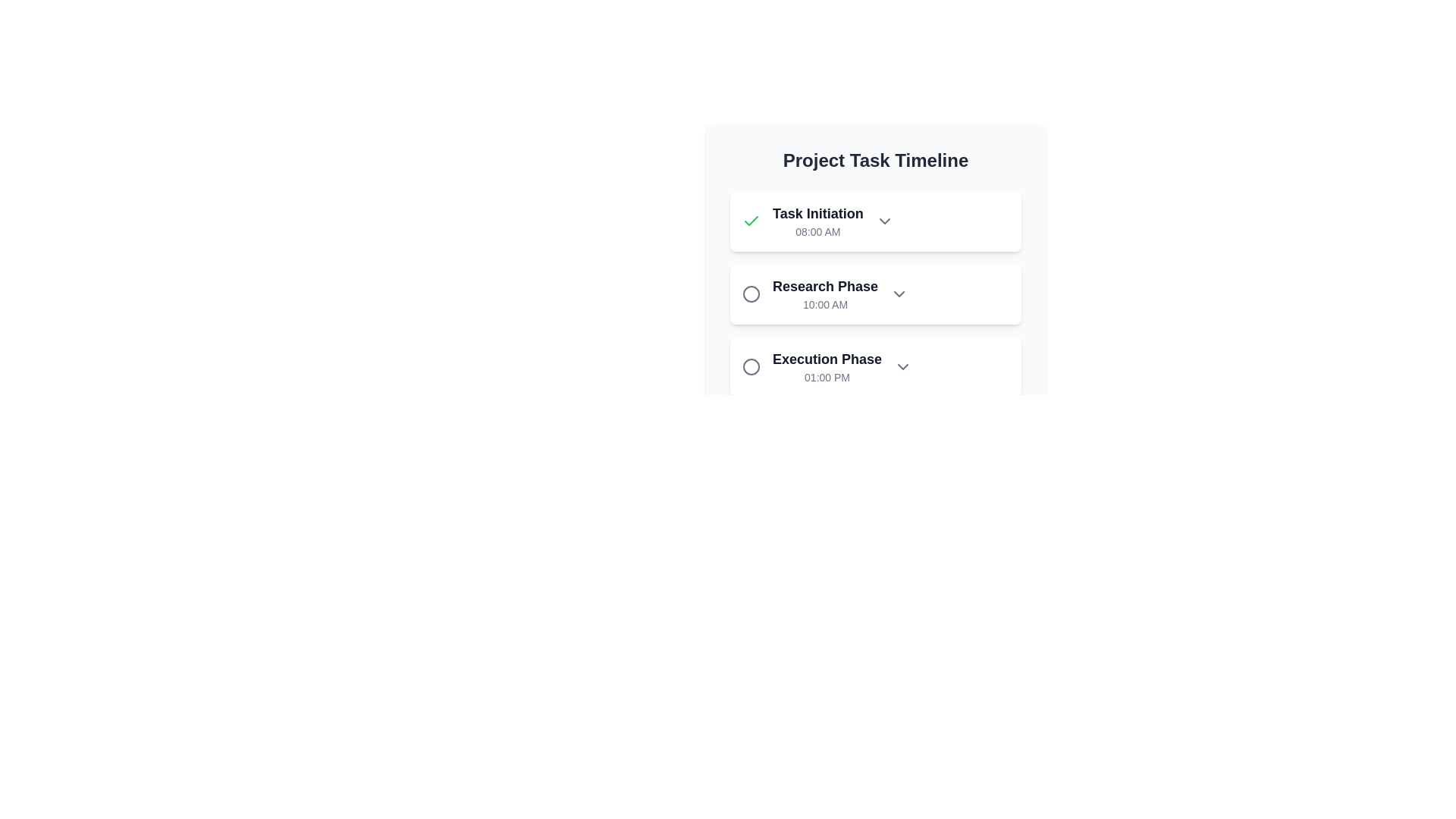 The image size is (1456, 819). I want to click on the 'Execution Phase' task label, so click(826, 366).